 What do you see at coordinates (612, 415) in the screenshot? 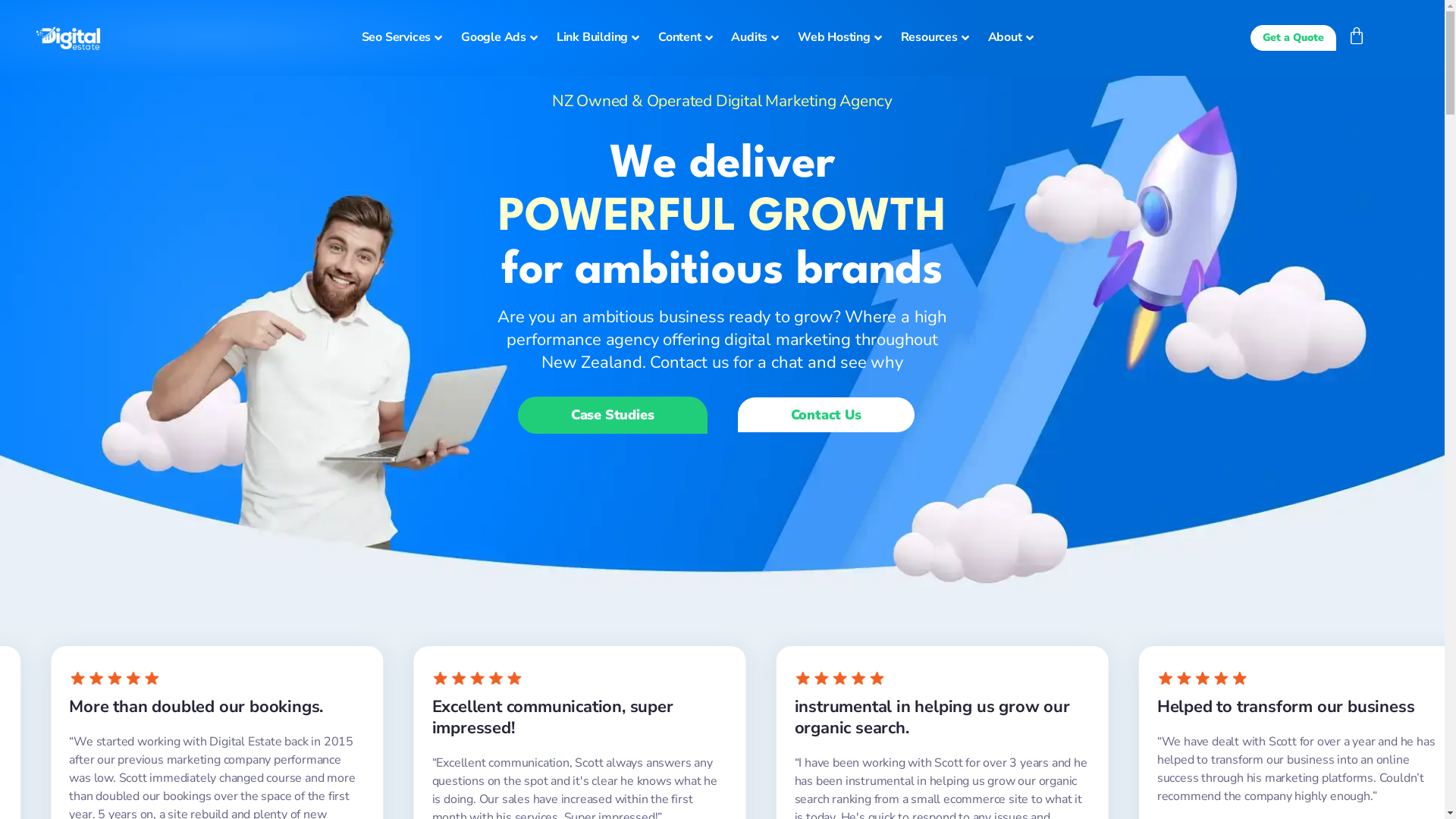
I see `'Case Studies'` at bounding box center [612, 415].